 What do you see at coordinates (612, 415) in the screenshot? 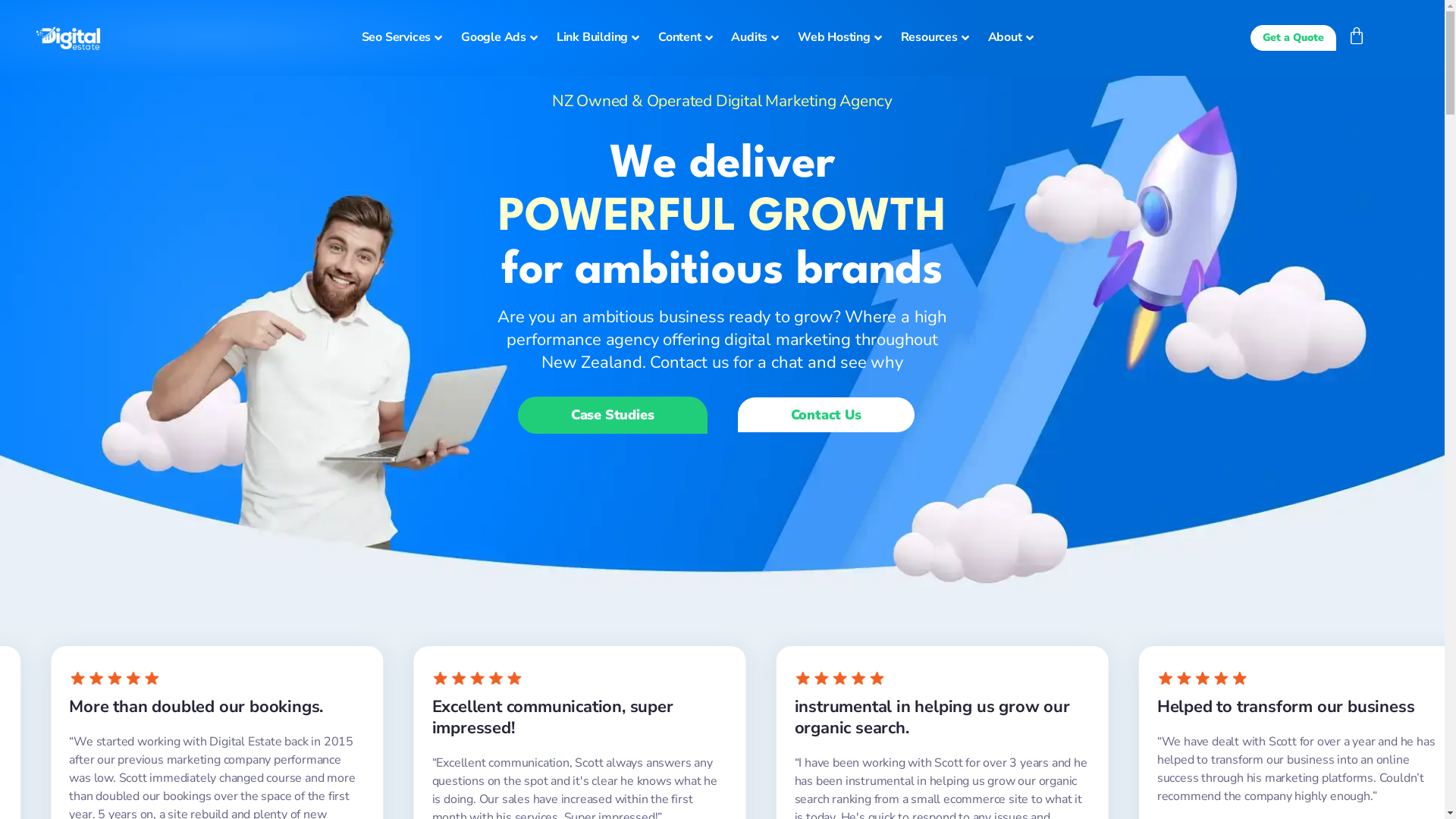
I see `'Case Studies'` at bounding box center [612, 415].